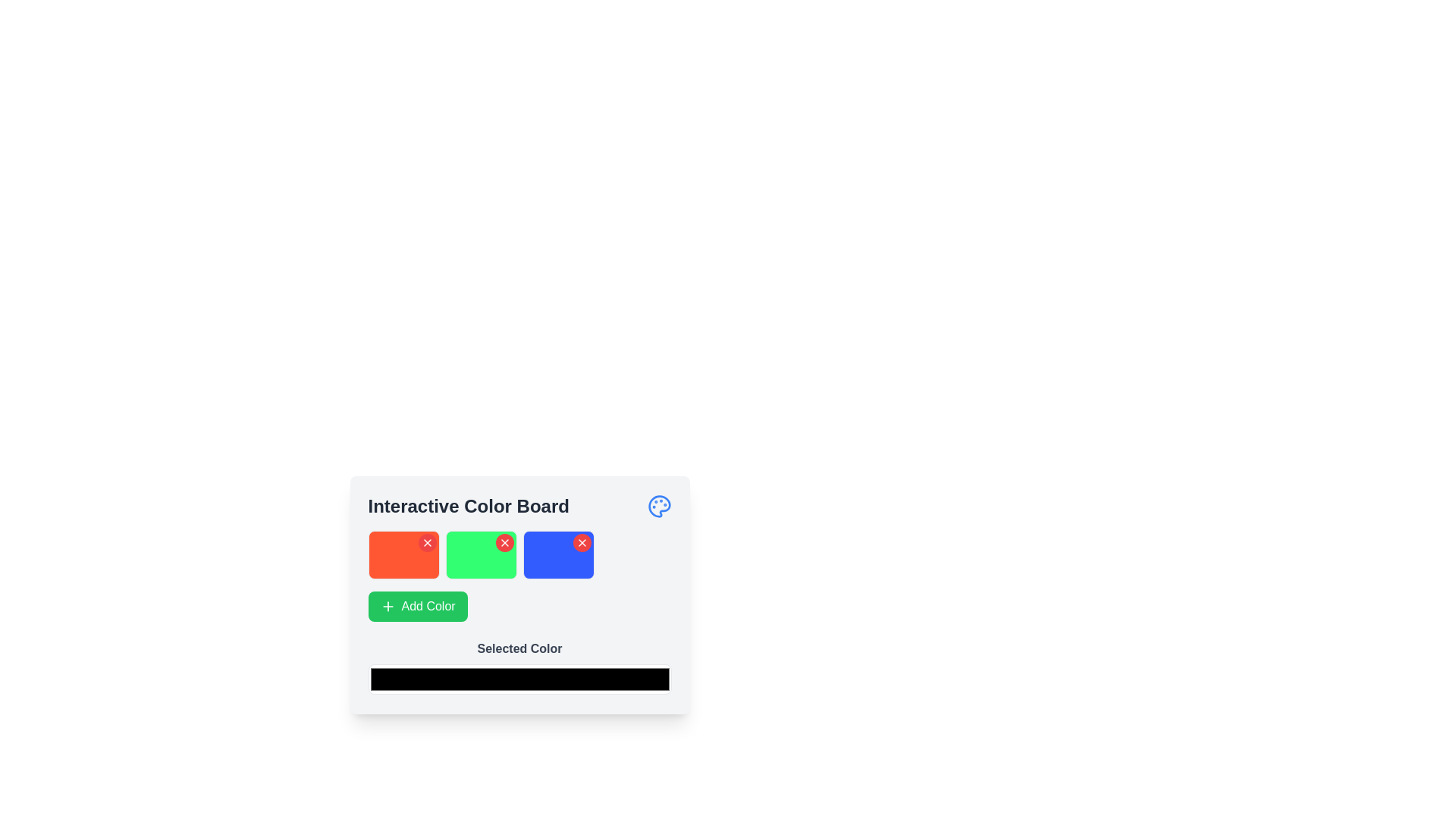  I want to click on the text label within the green button that allows users to add a new color to the interface, located below three color boxes, so click(428, 605).